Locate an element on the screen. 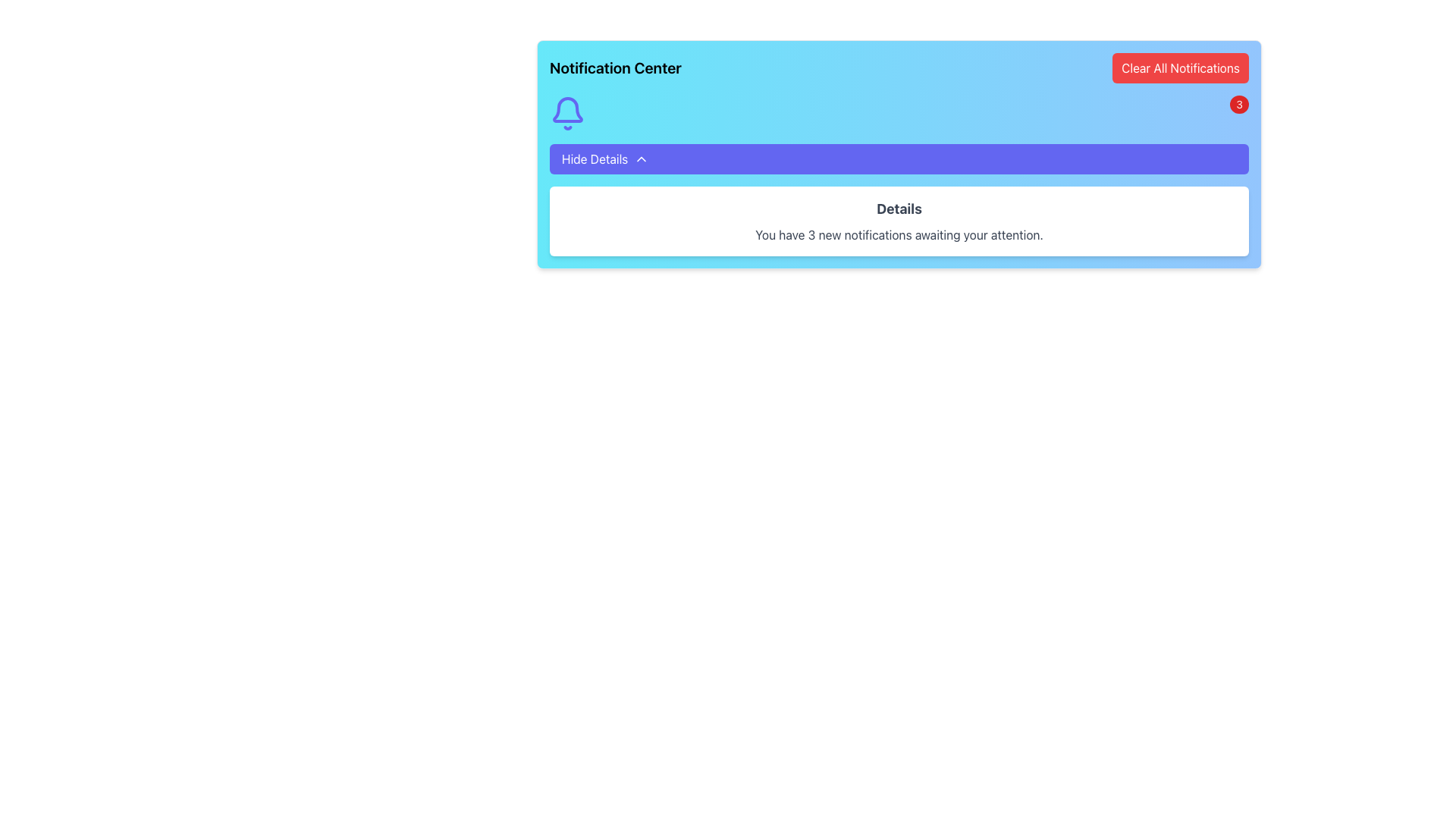  the bell icon in the header section of the notification interface for keyboard interactions is located at coordinates (566, 113).